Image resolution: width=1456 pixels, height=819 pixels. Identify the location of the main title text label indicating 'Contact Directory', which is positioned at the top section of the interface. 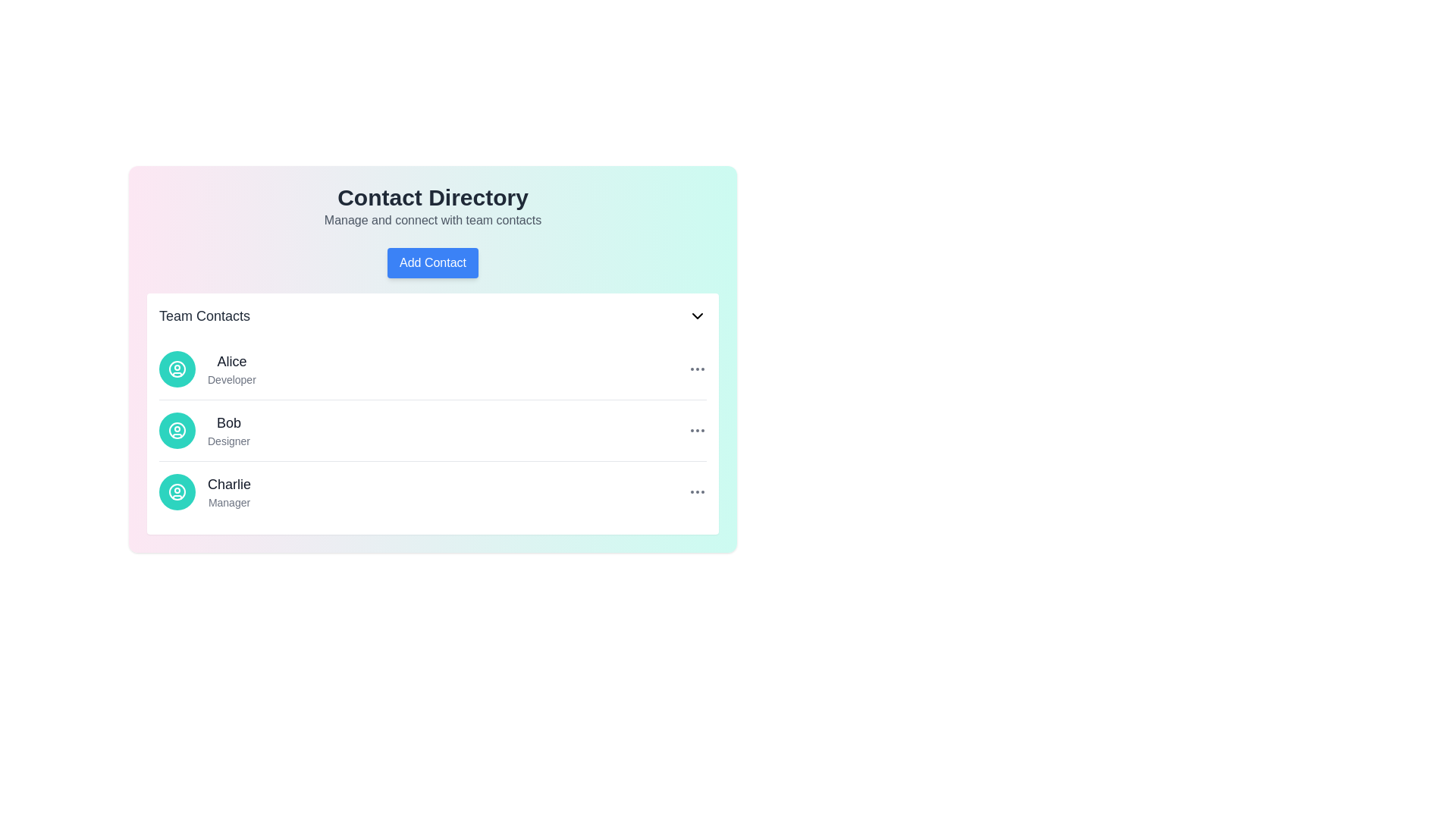
(432, 197).